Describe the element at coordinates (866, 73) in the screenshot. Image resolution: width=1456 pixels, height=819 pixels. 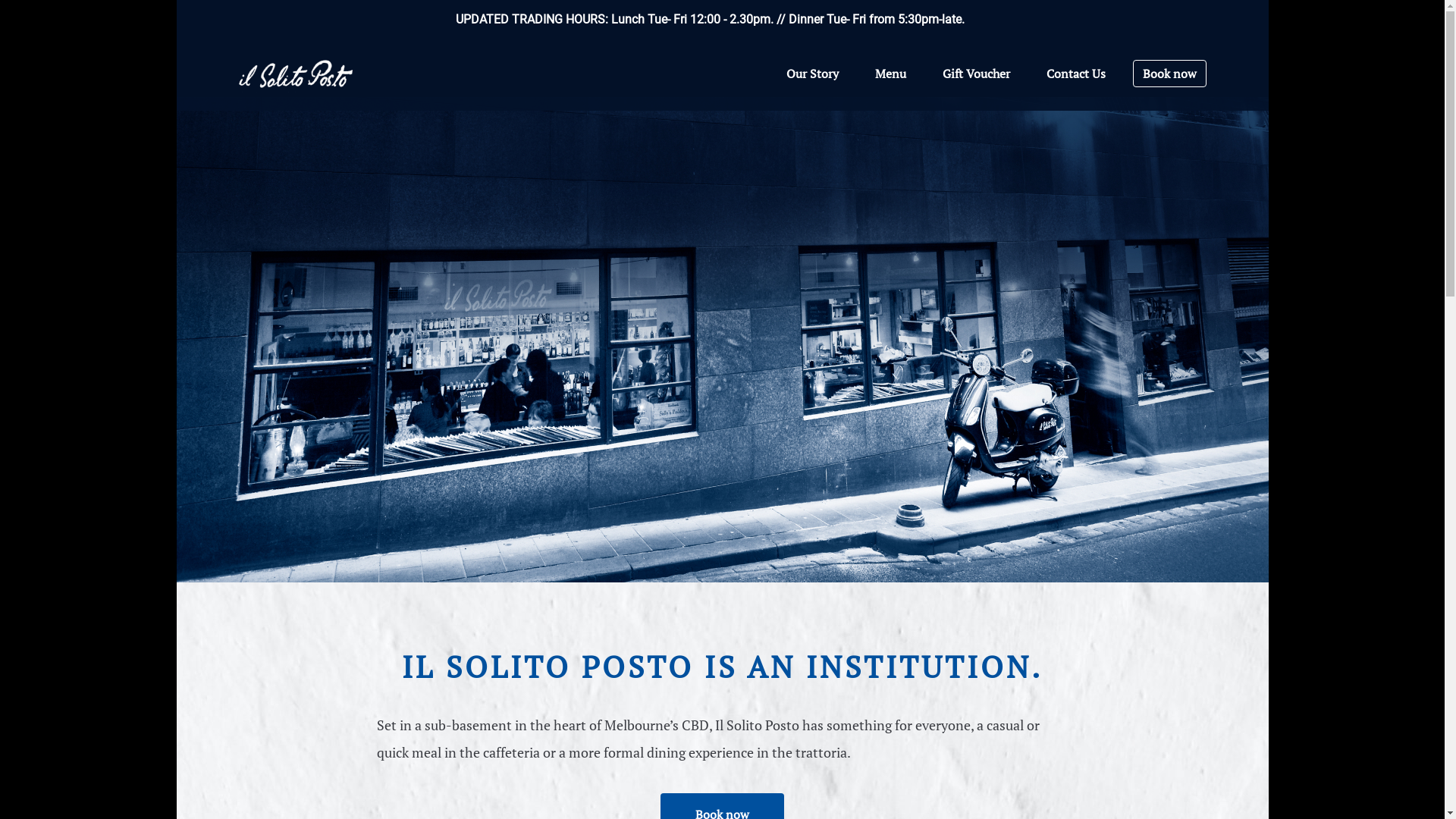
I see `'Menu'` at that location.